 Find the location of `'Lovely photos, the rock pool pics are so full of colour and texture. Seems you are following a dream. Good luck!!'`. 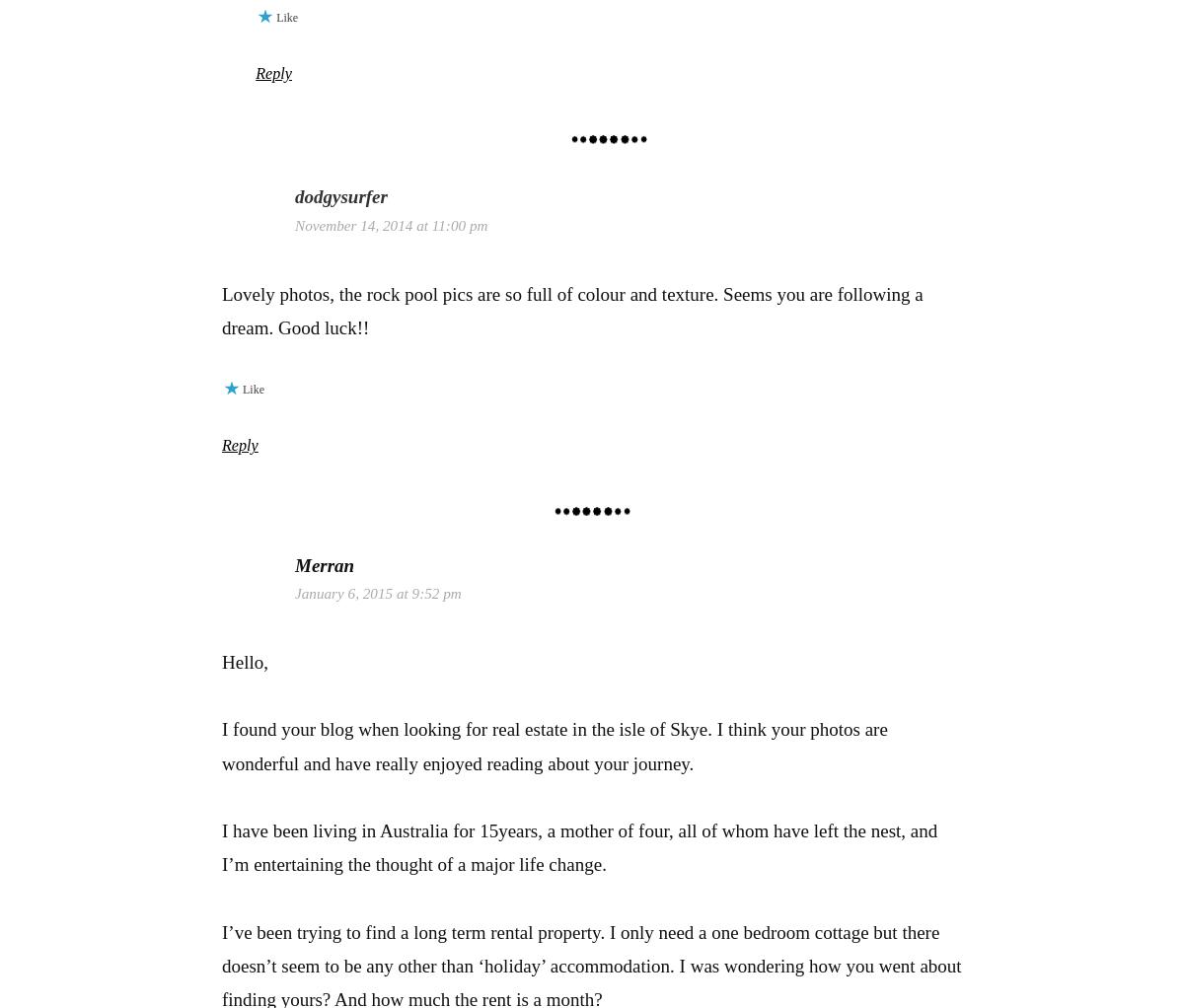

'Lovely photos, the rock pool pics are so full of colour and texture. Seems you are following a dream. Good luck!!' is located at coordinates (570, 309).